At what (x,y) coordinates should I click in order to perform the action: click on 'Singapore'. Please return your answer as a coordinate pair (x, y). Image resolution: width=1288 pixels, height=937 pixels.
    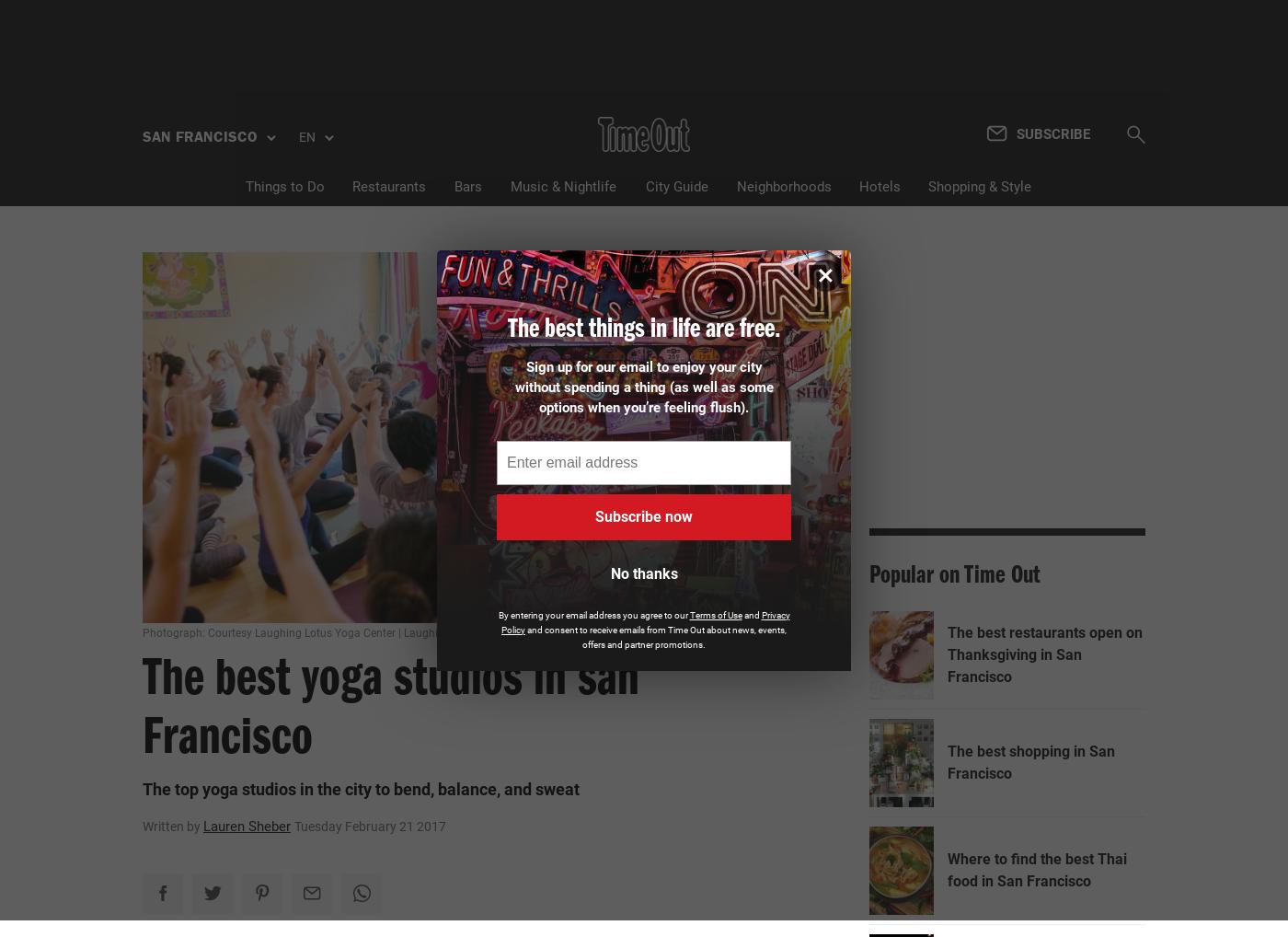
    Looking at the image, I should click on (203, 517).